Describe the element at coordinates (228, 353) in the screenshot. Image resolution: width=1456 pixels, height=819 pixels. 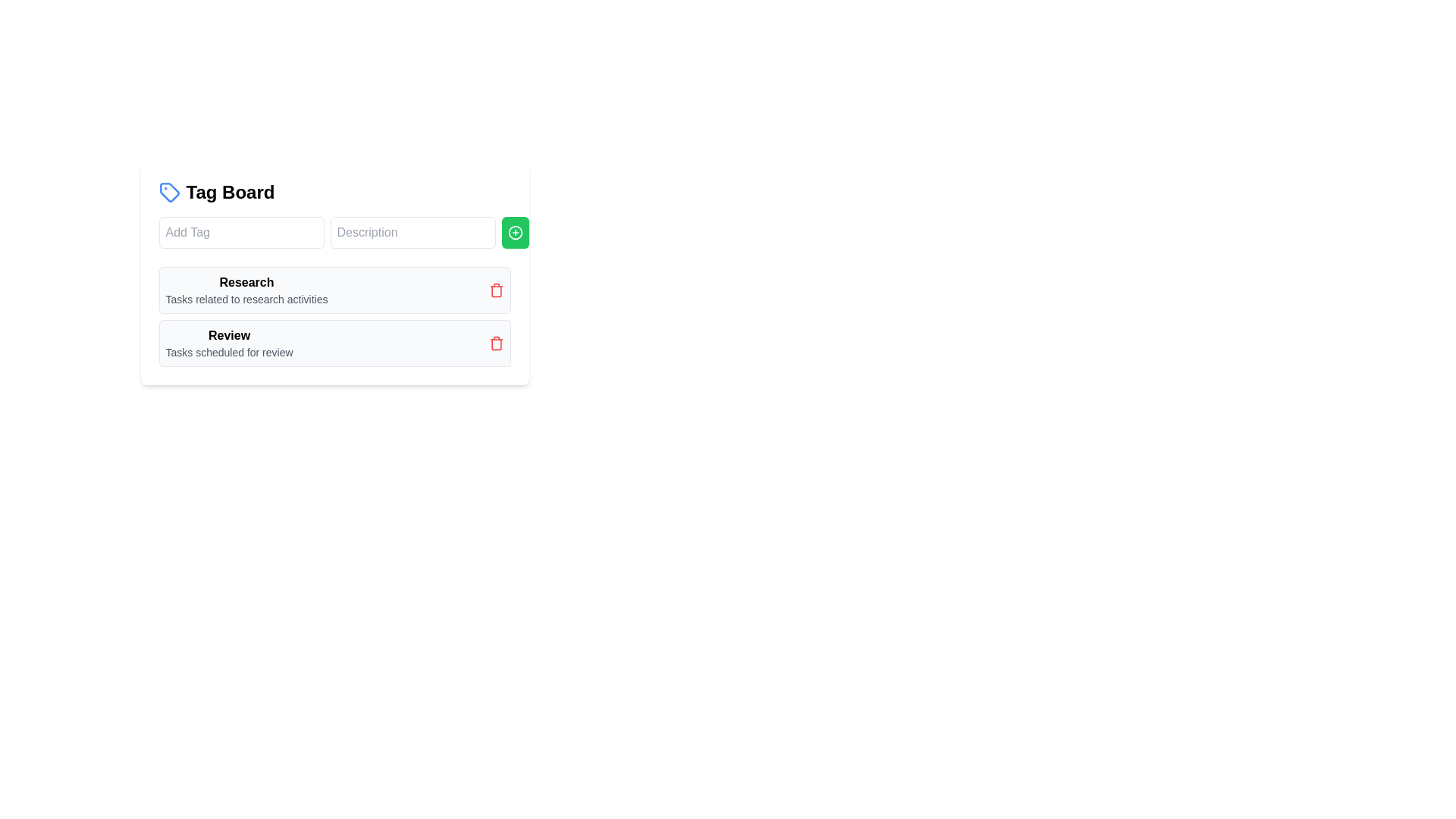
I see `the text label stating 'Tasks scheduled for review'` at that location.